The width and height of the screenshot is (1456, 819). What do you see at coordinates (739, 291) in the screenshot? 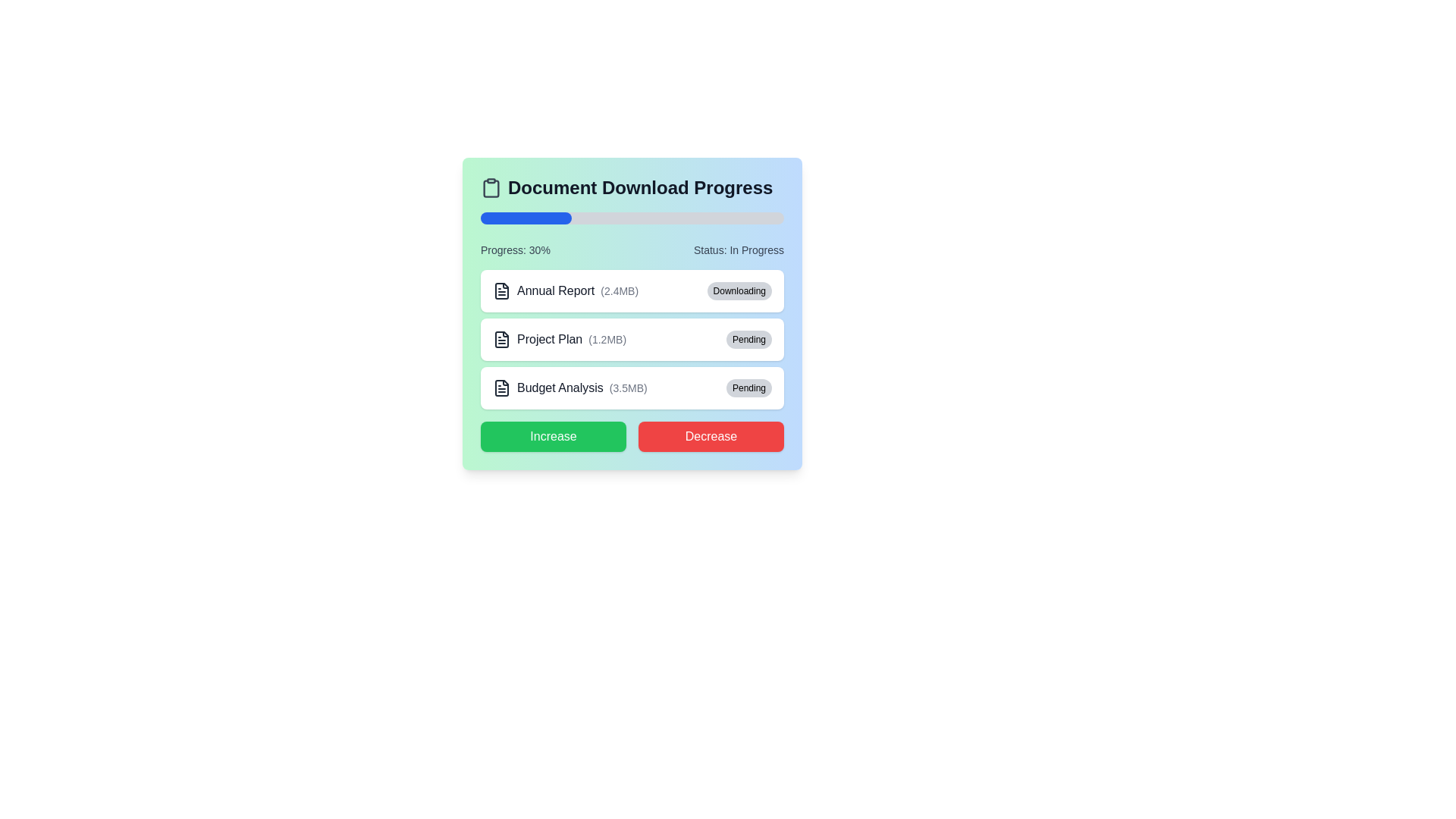
I see `the status indicator label displaying 'Downloading' for the 'Annual Report' file, positioned towards the right edge of its row` at bounding box center [739, 291].